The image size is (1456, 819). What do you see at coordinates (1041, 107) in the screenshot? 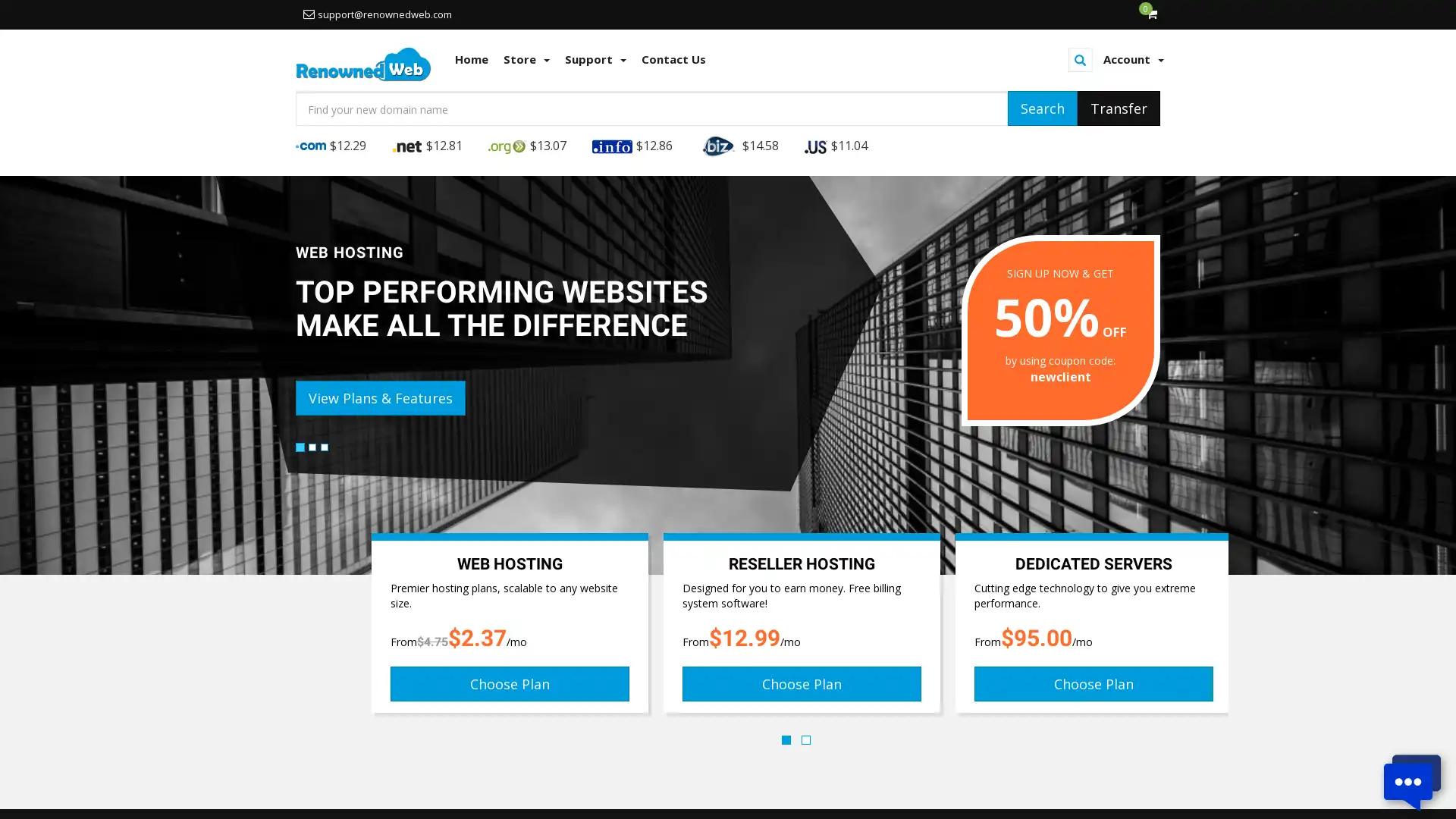
I see `Search` at bounding box center [1041, 107].